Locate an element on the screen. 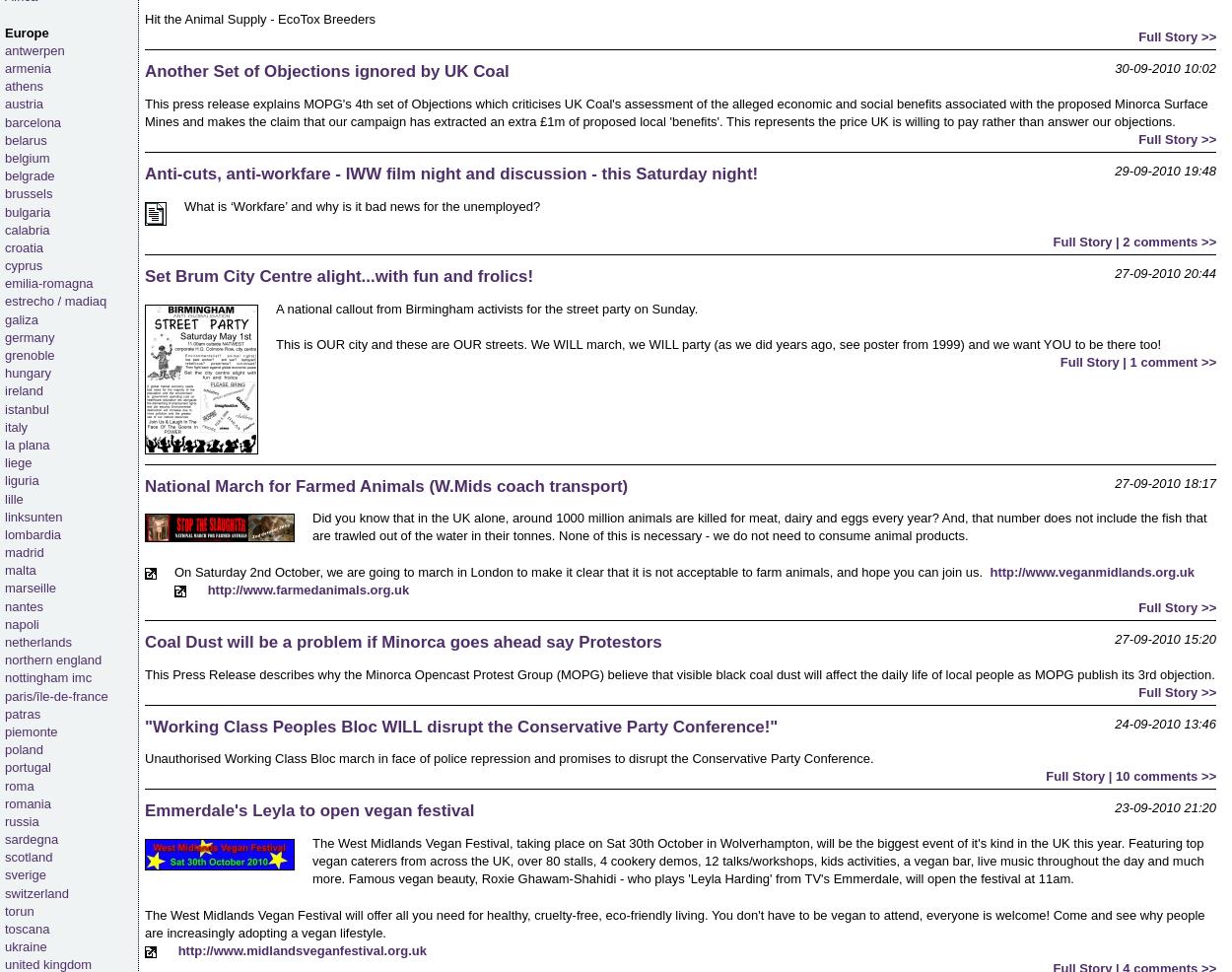  'piemonte' is located at coordinates (31, 730).